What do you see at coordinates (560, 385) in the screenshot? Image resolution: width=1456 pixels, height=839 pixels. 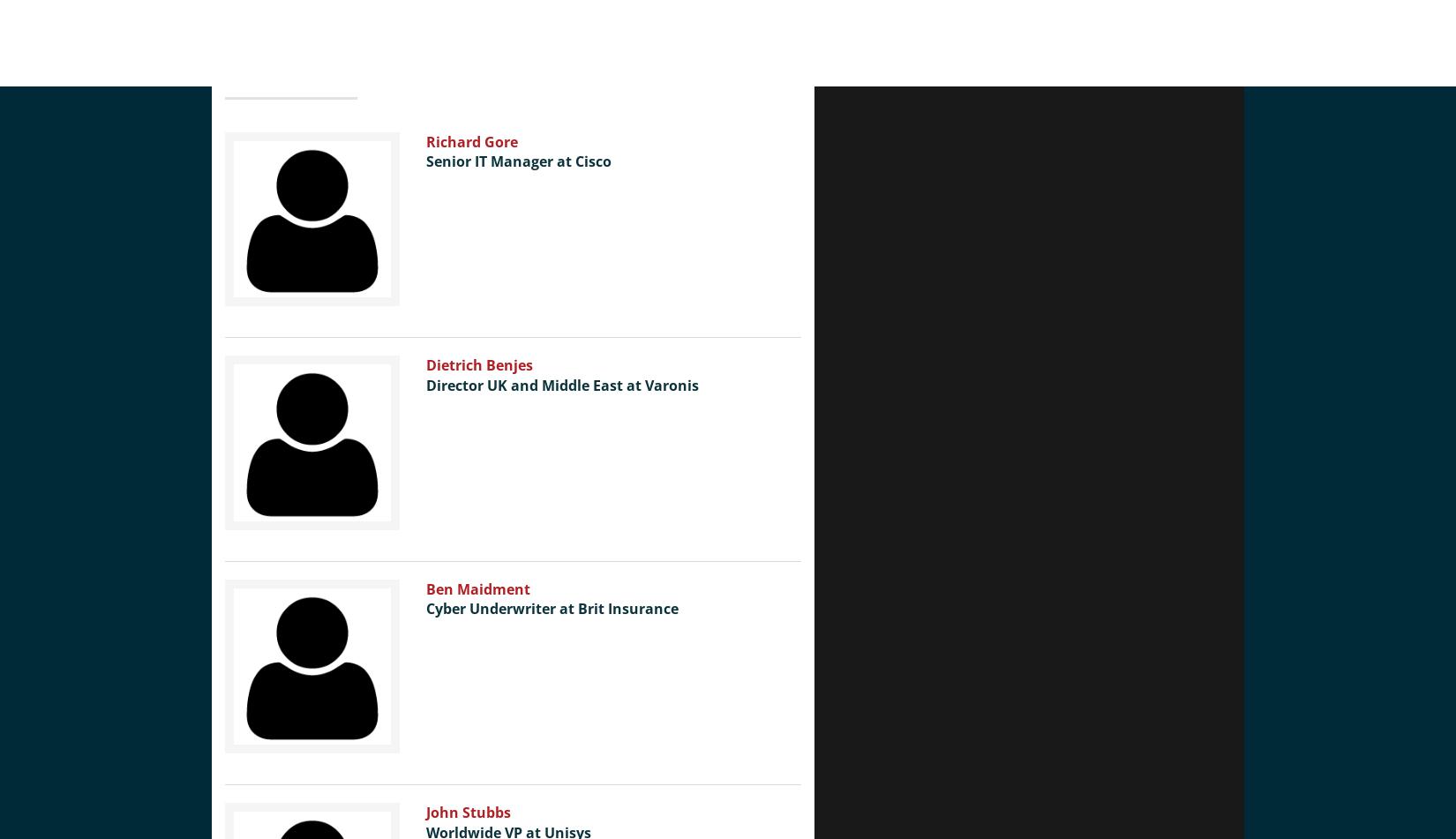 I see `'Director UK and Middle East at Varonis'` at bounding box center [560, 385].